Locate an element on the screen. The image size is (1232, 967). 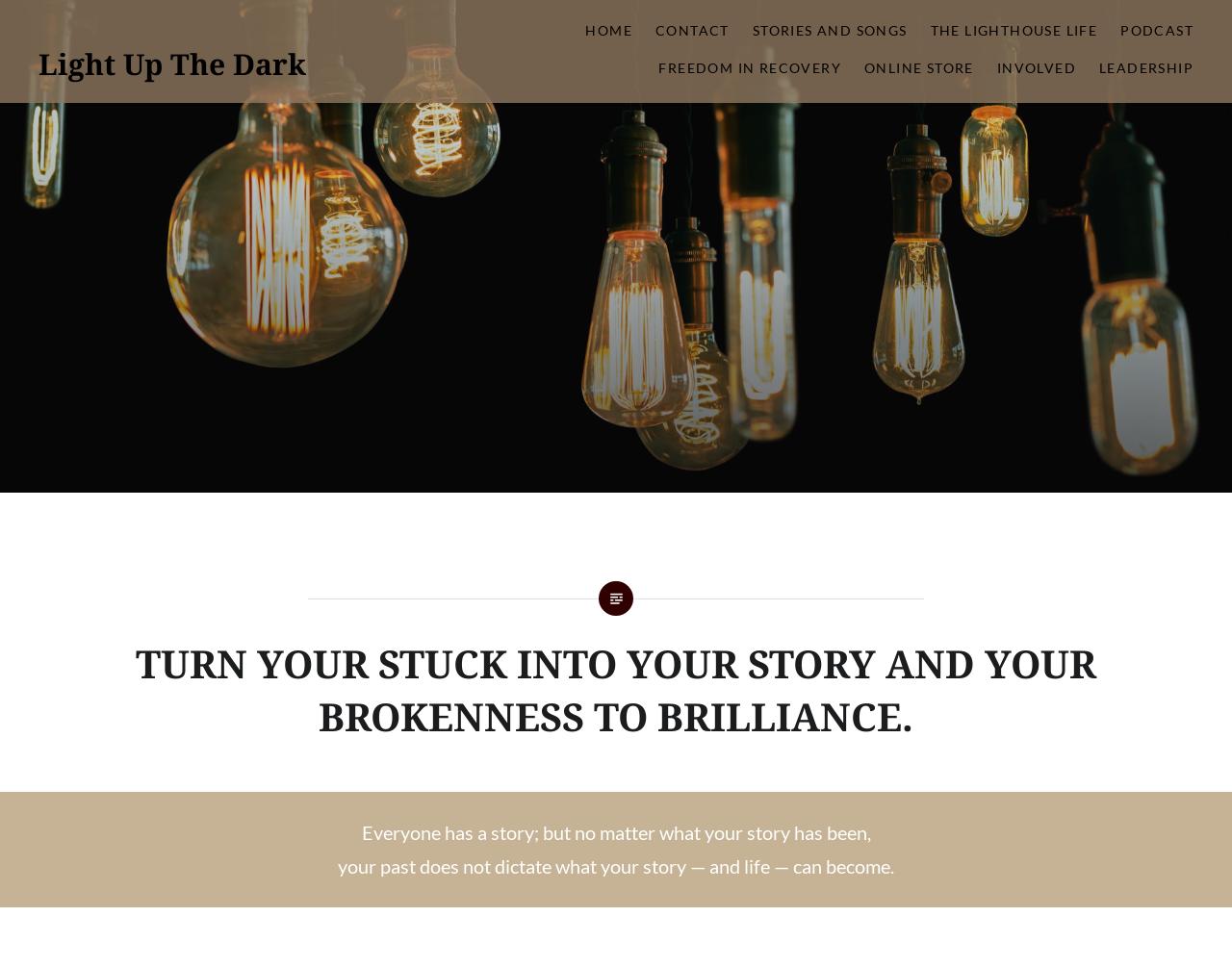
'your past does not dictate what your story — and life — can become.' is located at coordinates (616, 864).